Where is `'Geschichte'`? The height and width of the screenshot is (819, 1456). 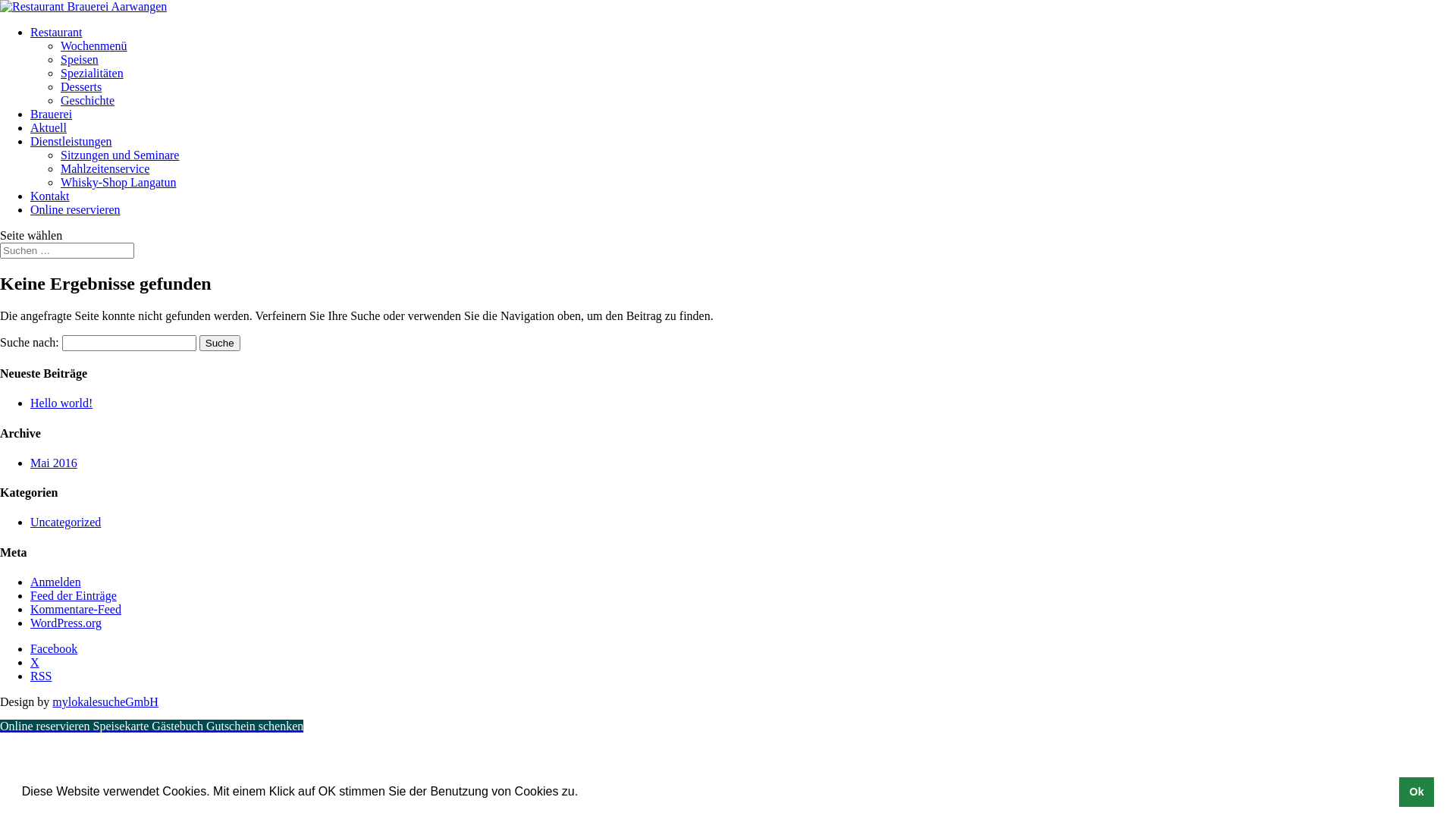
'Geschichte' is located at coordinates (86, 100).